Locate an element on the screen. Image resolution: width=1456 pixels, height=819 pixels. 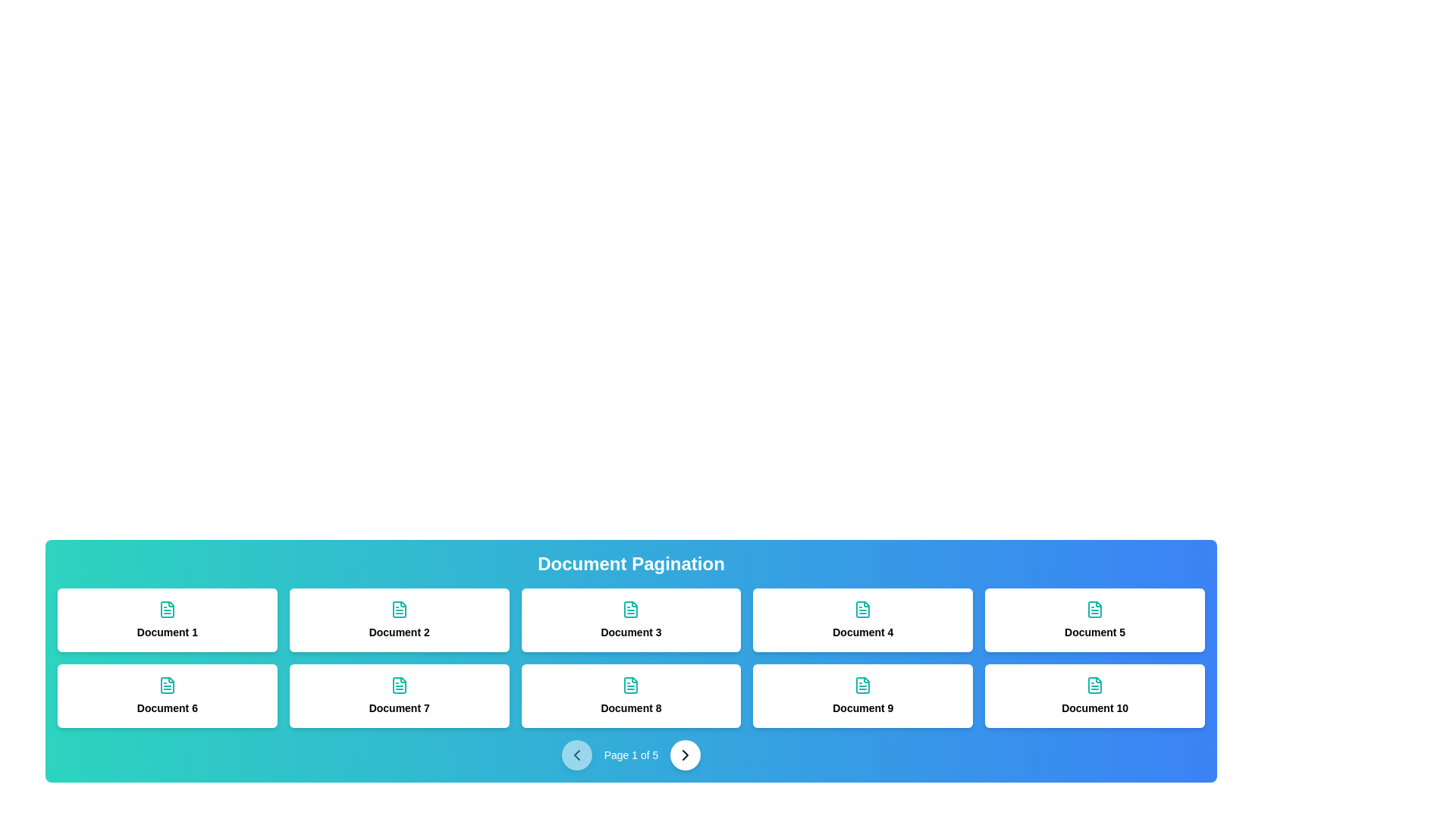
the static informational text displaying the current page number and total pages in the pagination system to read its content is located at coordinates (631, 755).